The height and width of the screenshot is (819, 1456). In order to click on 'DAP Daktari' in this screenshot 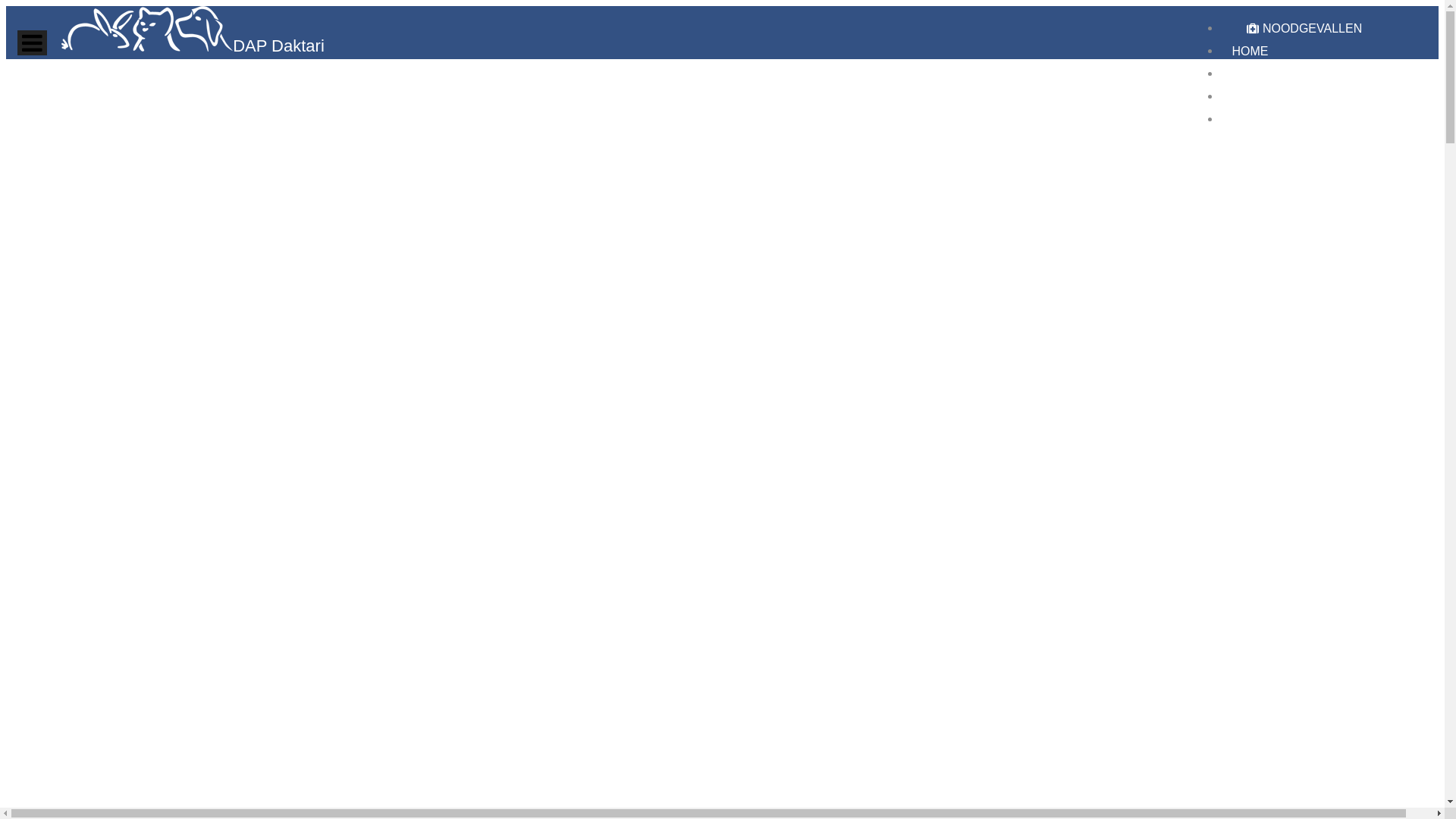, I will do `click(192, 46)`.